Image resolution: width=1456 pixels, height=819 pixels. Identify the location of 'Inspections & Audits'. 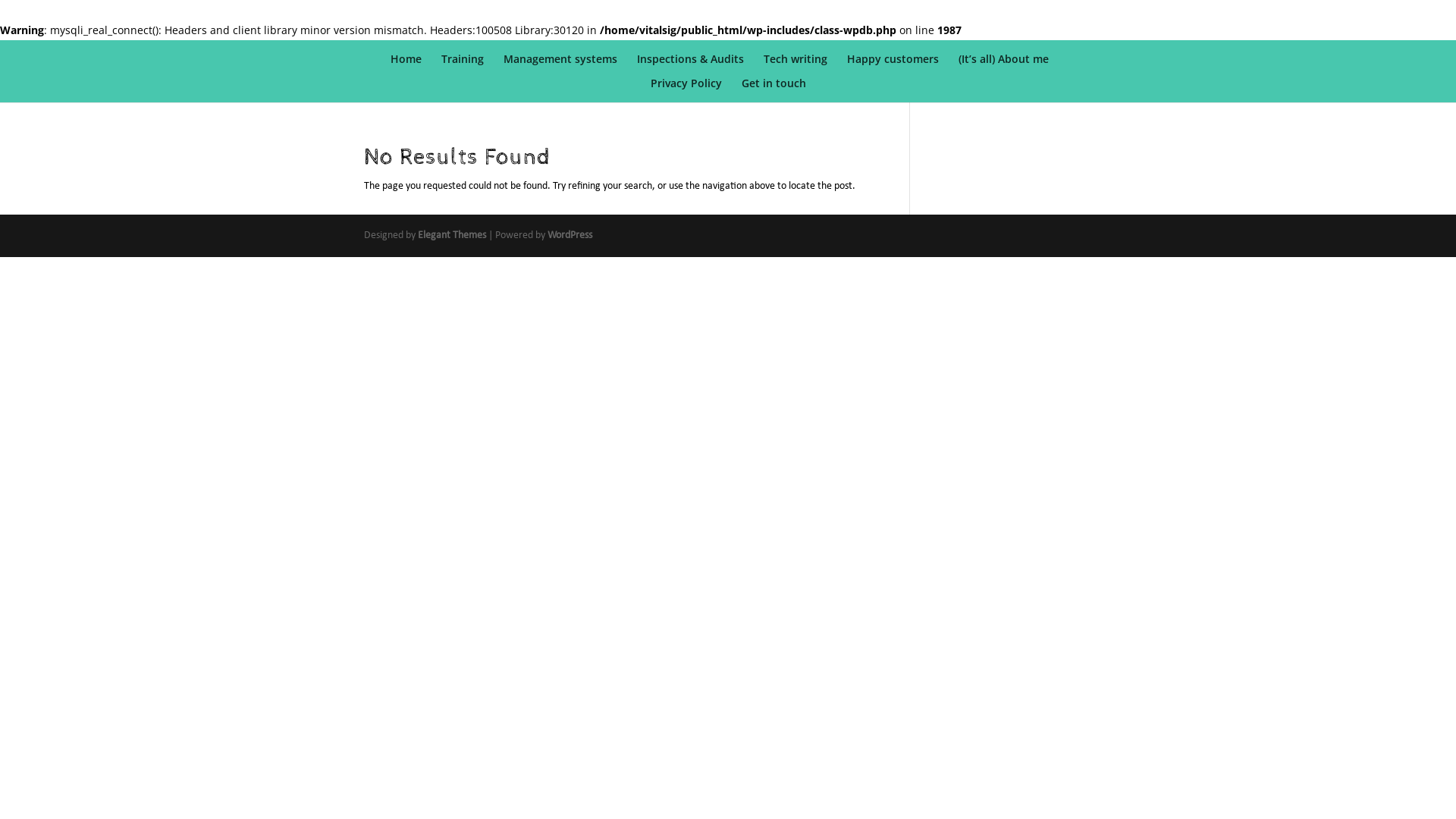
(689, 65).